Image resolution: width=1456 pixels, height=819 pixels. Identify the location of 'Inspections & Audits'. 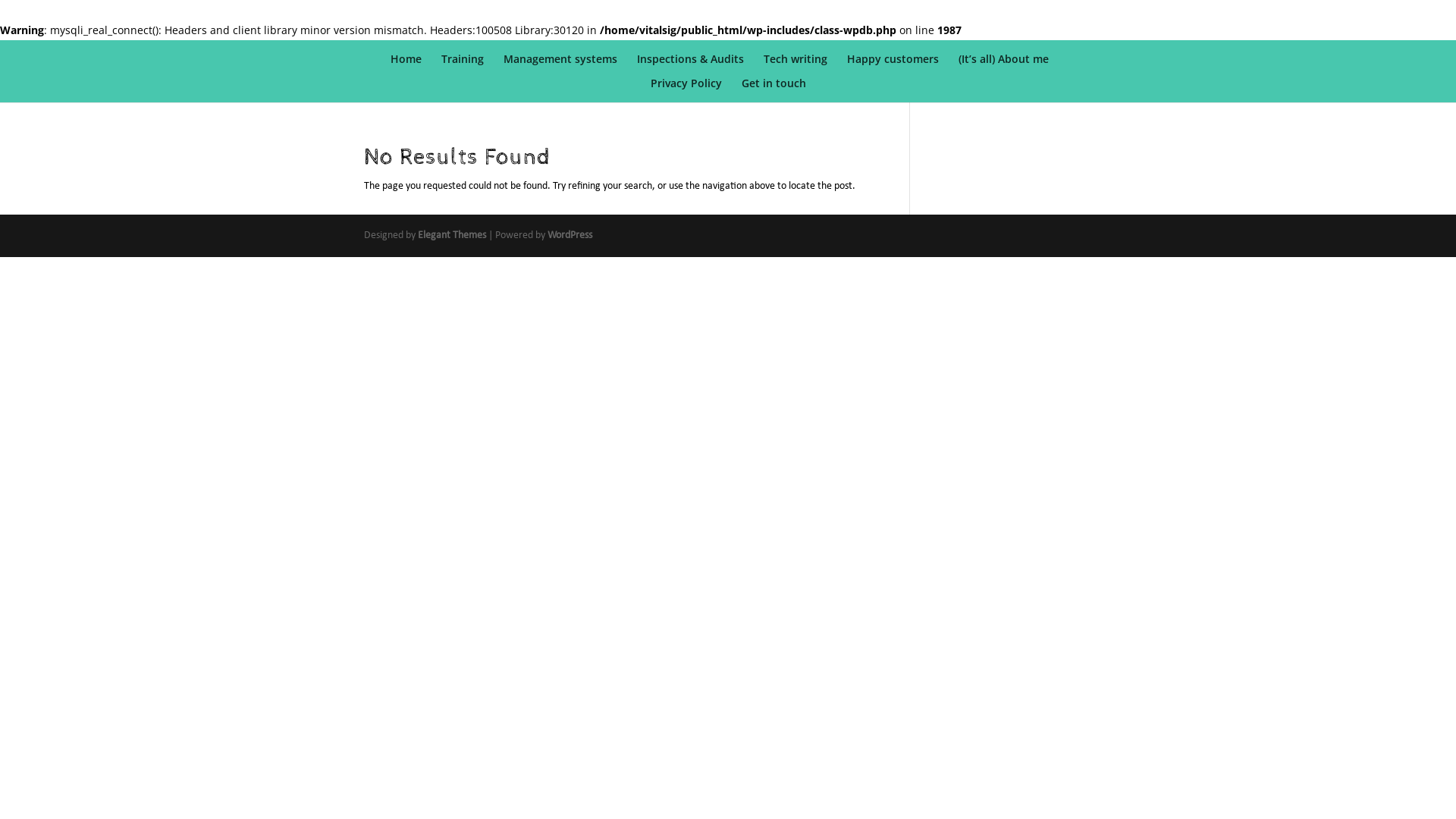
(689, 65).